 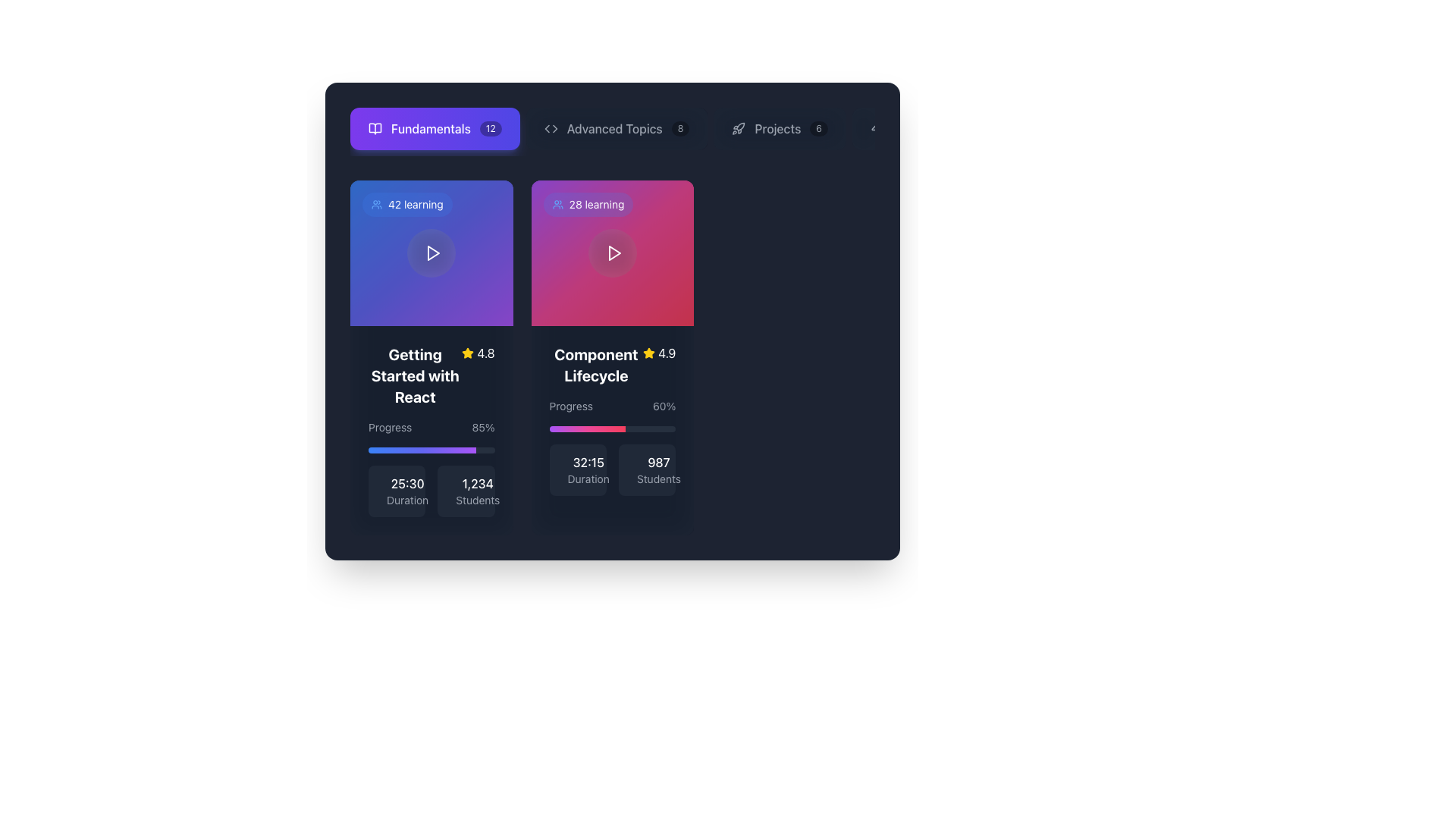 I want to click on the text label that indicates the meaning of the associated time value '25:30', located below it in the card component in the second column of the layout, so click(x=407, y=500).